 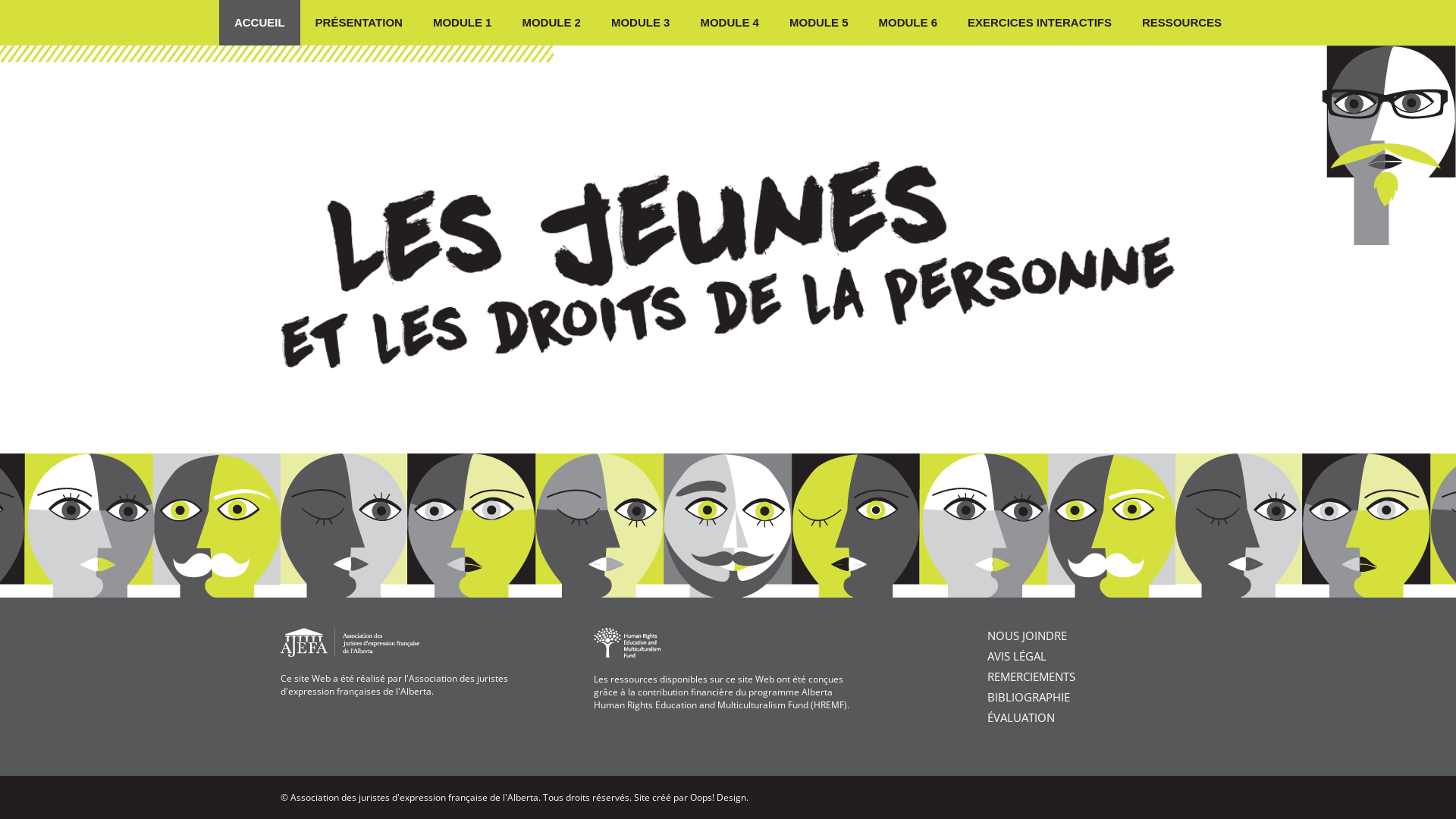 I want to click on 'MODULE 3', so click(x=640, y=23).